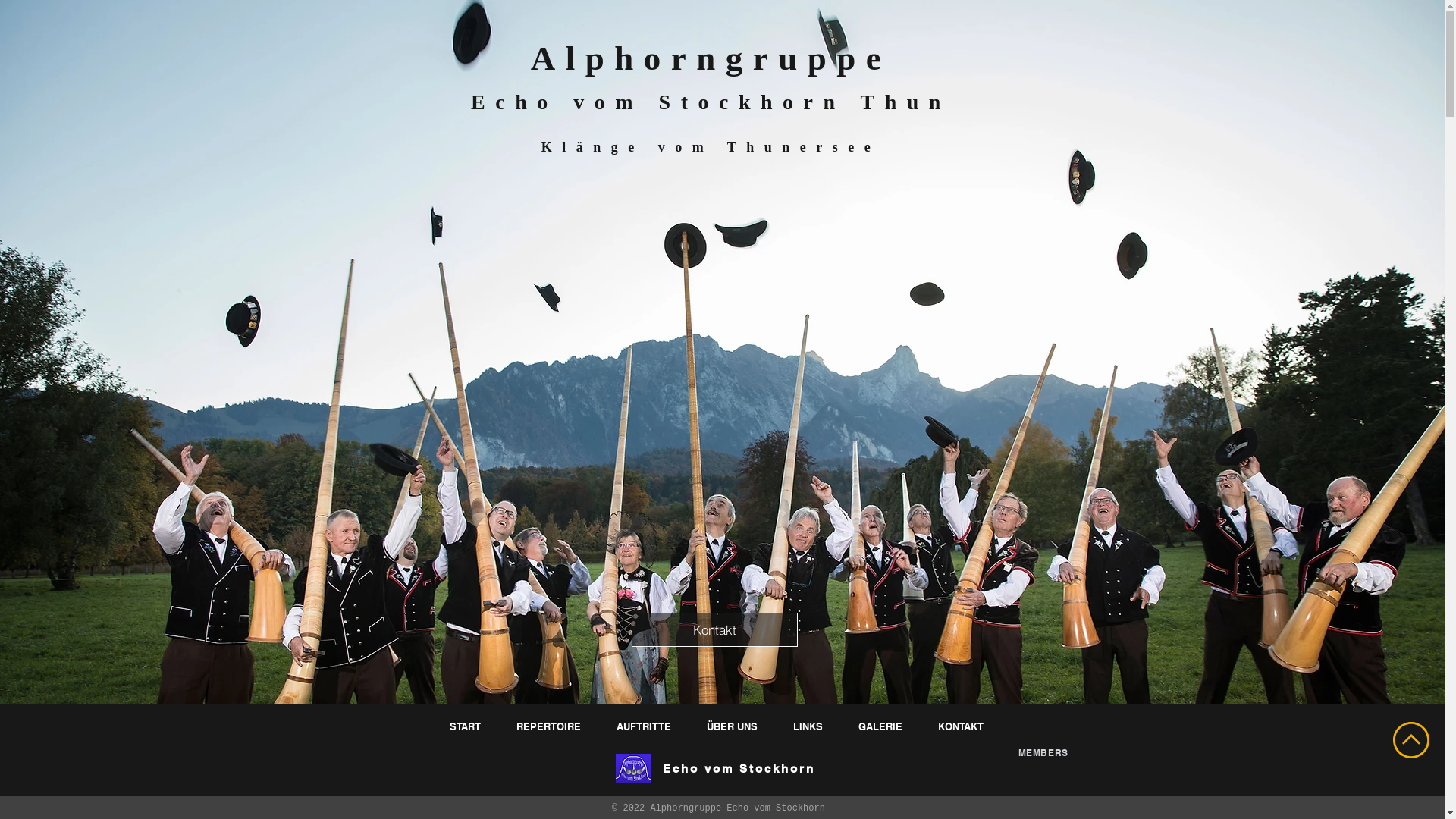 Image resolution: width=1456 pixels, height=819 pixels. Describe the element at coordinates (881, 726) in the screenshot. I see `'GALERIE'` at that location.